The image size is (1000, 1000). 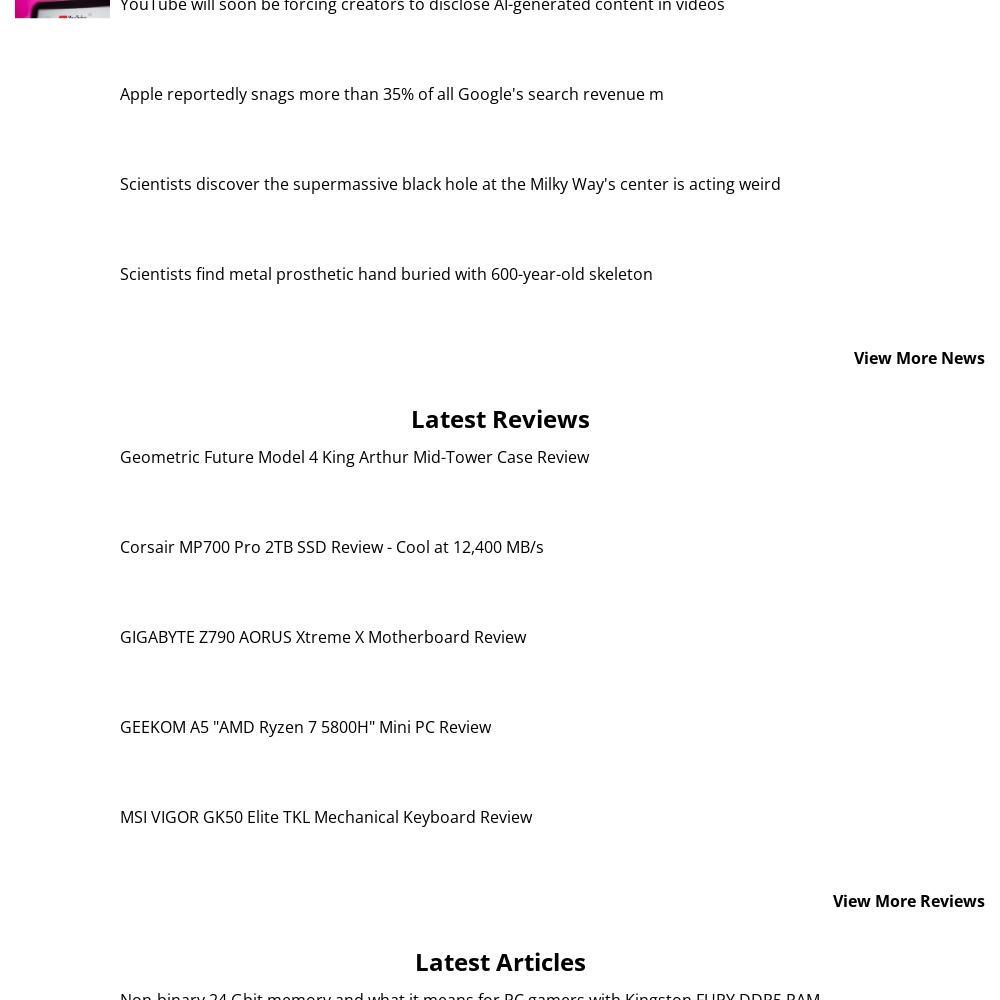 I want to click on 'Scientists find metal prosthetic hand buried with 600-year-old skeleton', so click(x=386, y=273).